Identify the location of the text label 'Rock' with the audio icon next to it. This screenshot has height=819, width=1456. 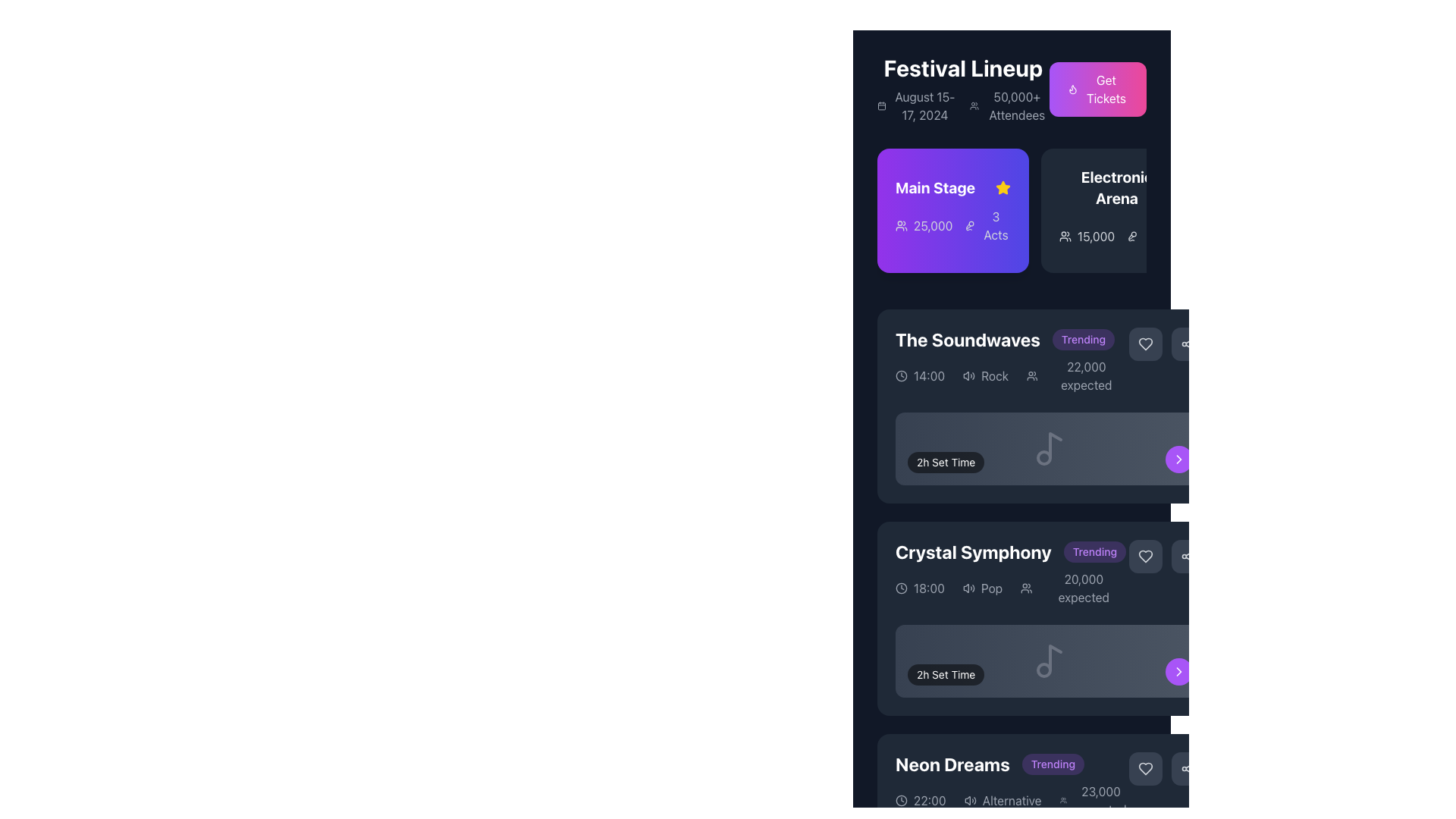
(986, 375).